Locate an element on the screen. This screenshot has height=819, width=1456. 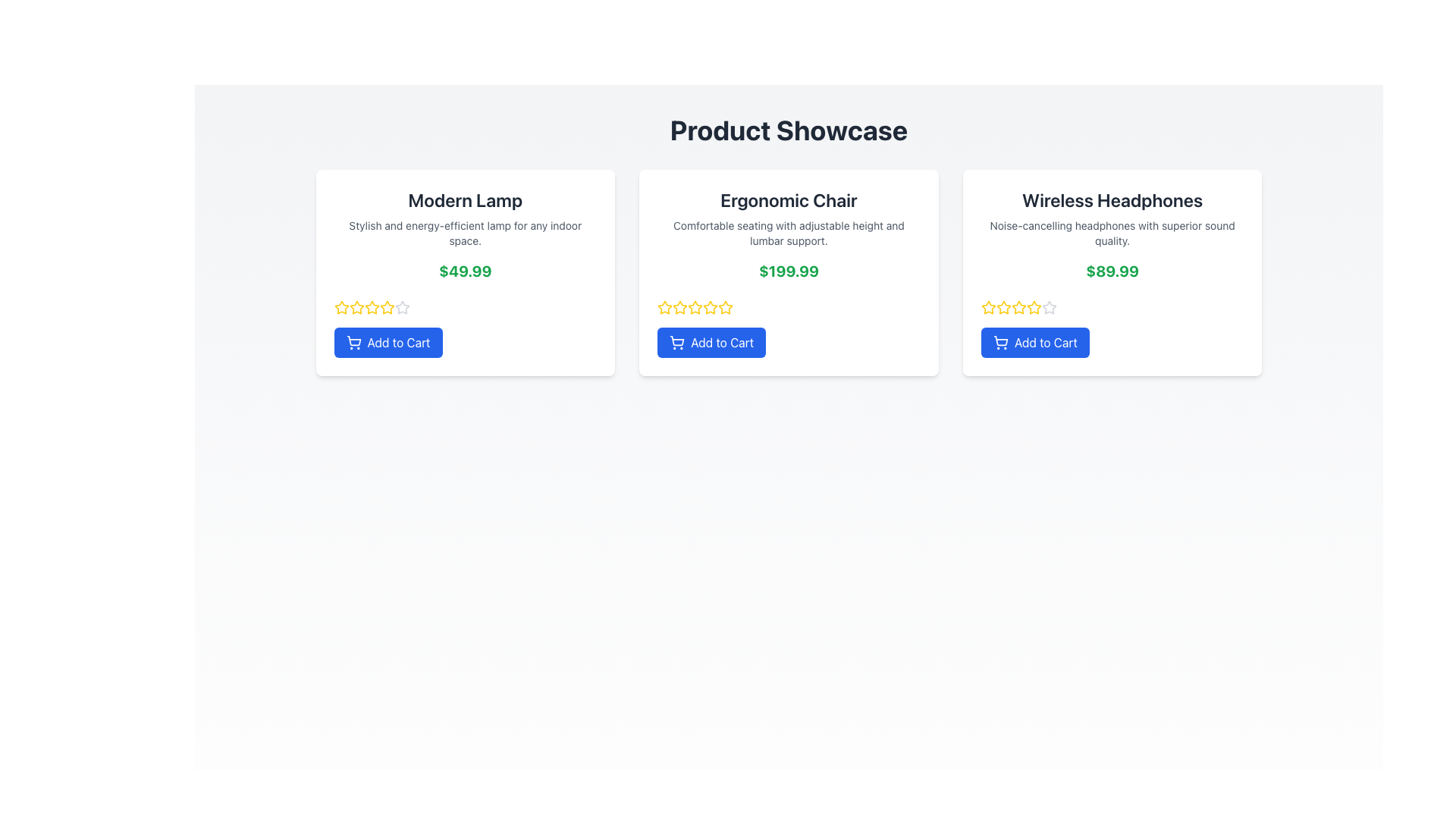
the third star icon representing the rating for the 'Ergonomic Chair' product located in the center of the row of product cards is located at coordinates (679, 307).